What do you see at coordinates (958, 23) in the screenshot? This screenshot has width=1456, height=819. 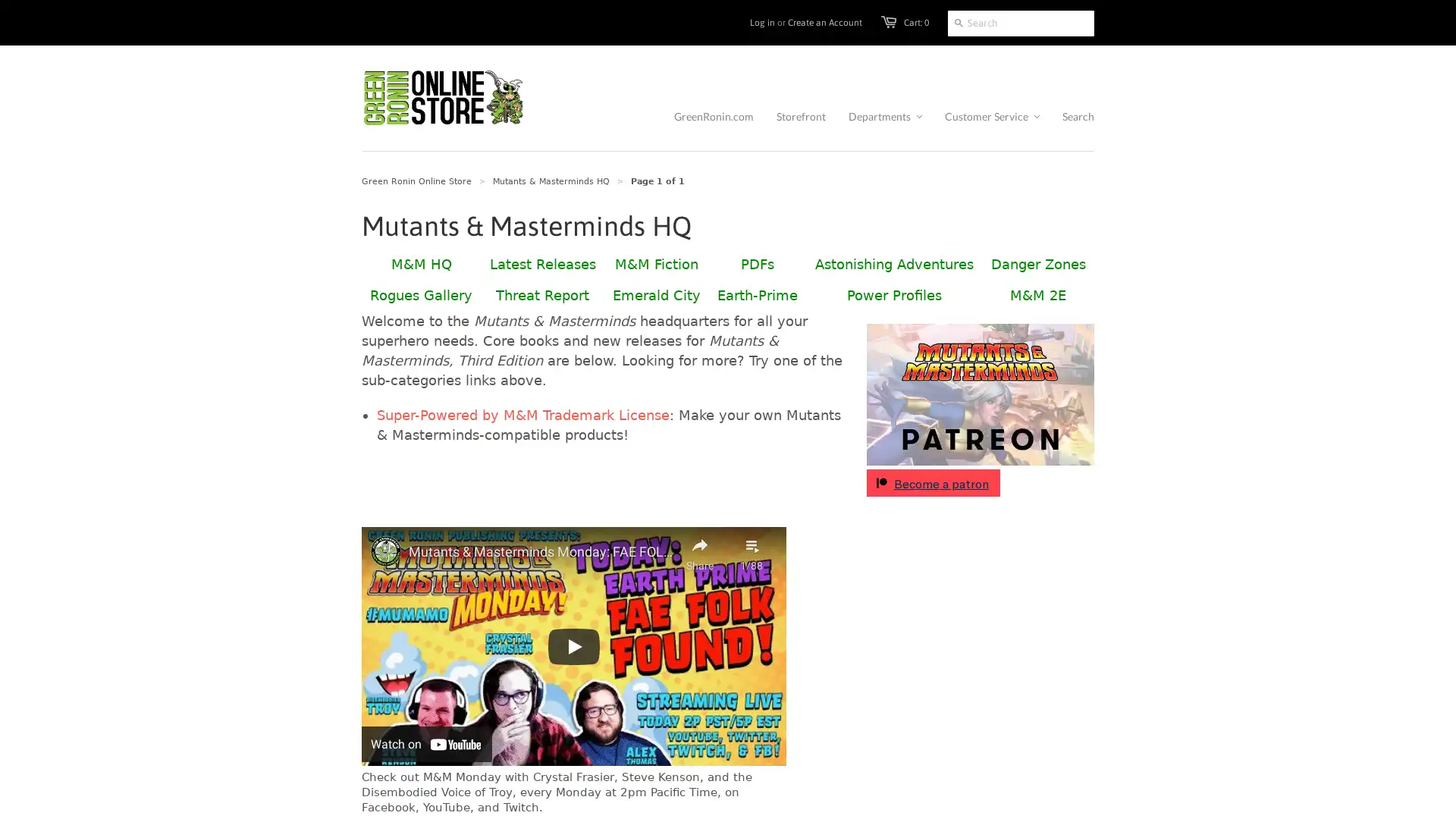 I see `Go` at bounding box center [958, 23].